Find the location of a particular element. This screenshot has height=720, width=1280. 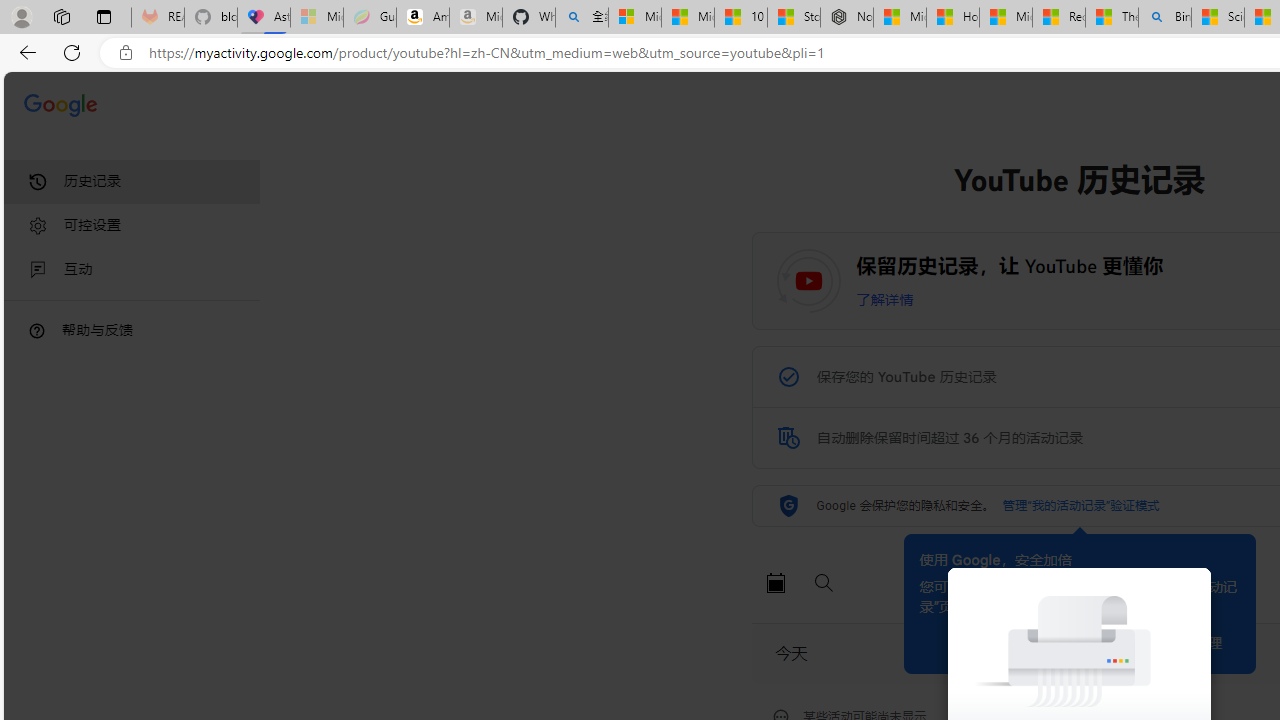

'Science - MSN' is located at coordinates (1216, 17).